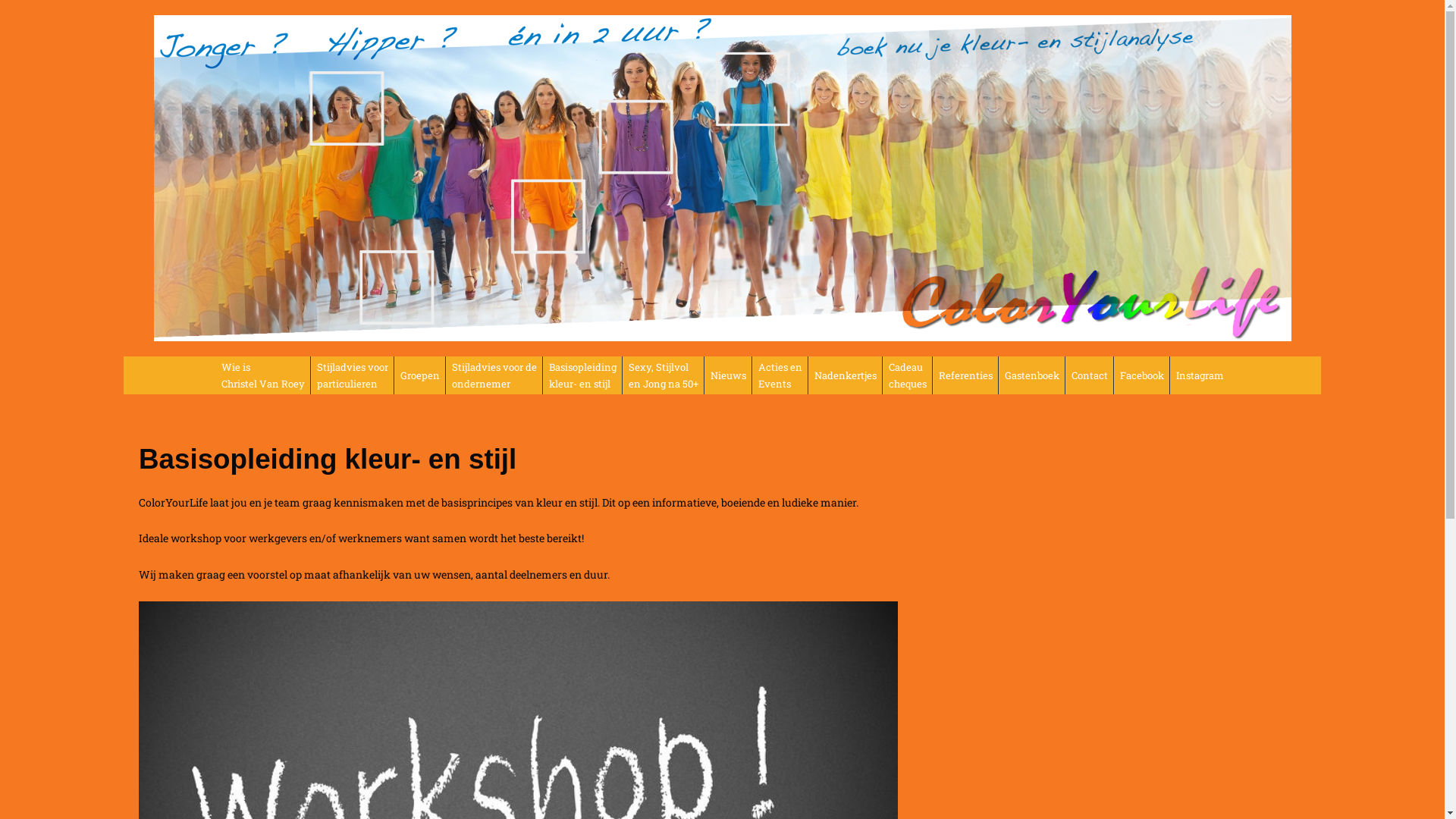  What do you see at coordinates (262, 375) in the screenshot?
I see `'Wie is` at bounding box center [262, 375].